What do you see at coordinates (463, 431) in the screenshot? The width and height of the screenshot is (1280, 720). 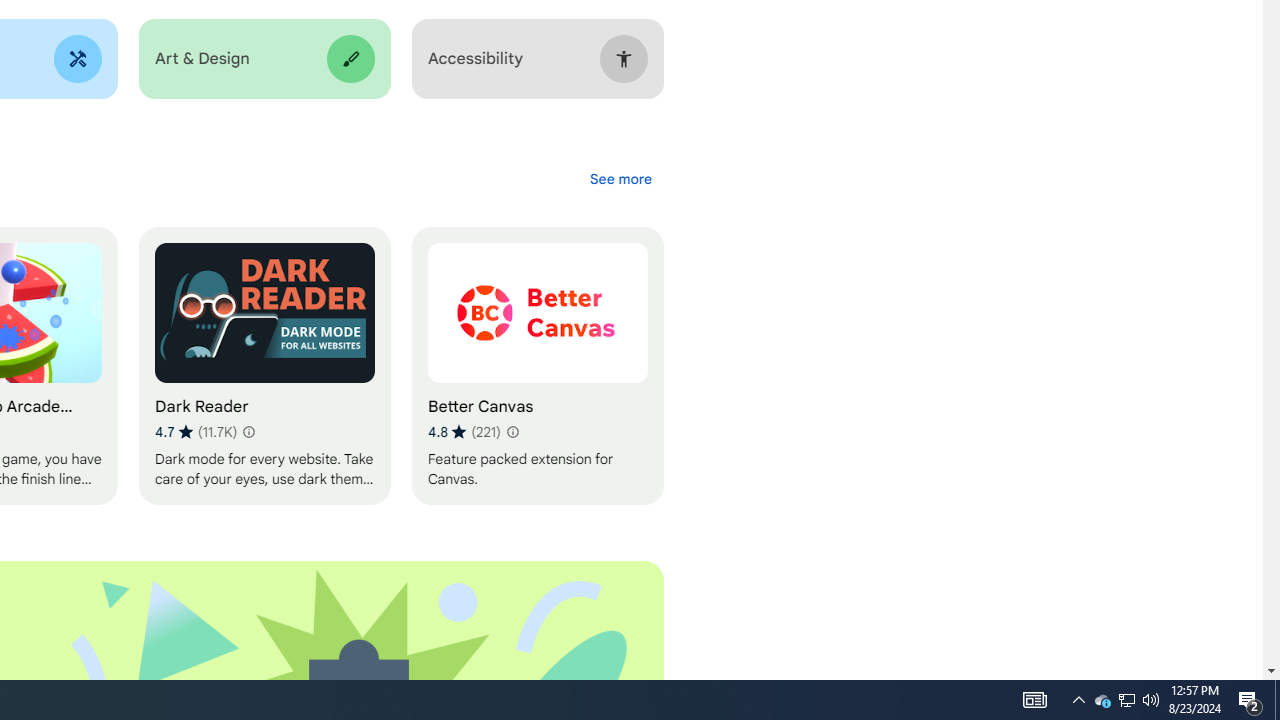 I see `'Average rating 4.8 out of 5 stars. 221 ratings.'` at bounding box center [463, 431].